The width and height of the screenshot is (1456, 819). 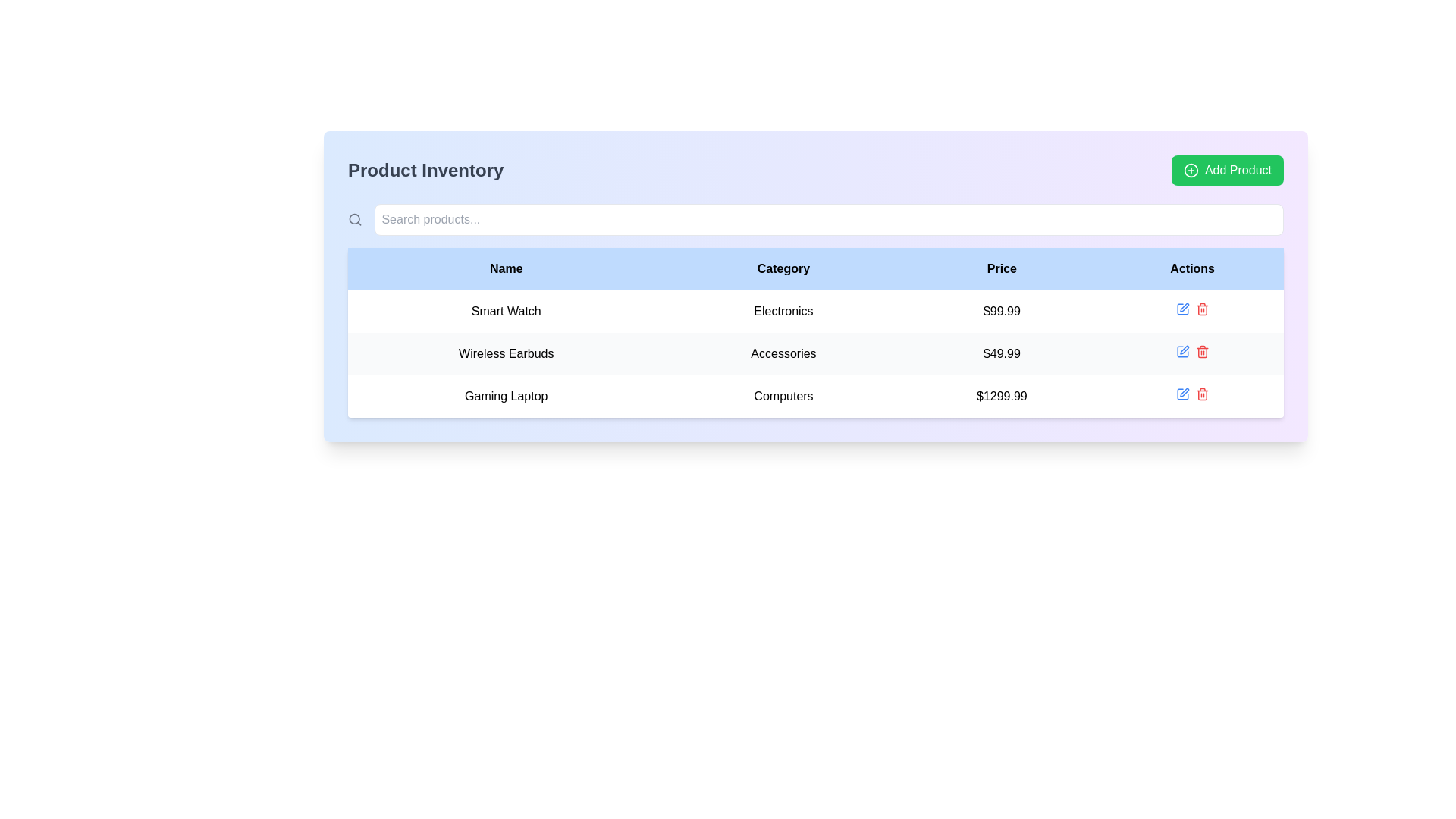 I want to click on the edit button located in the 'Actions' column of the second row of the table, next to a red trash icon, to change its color, so click(x=1181, y=351).